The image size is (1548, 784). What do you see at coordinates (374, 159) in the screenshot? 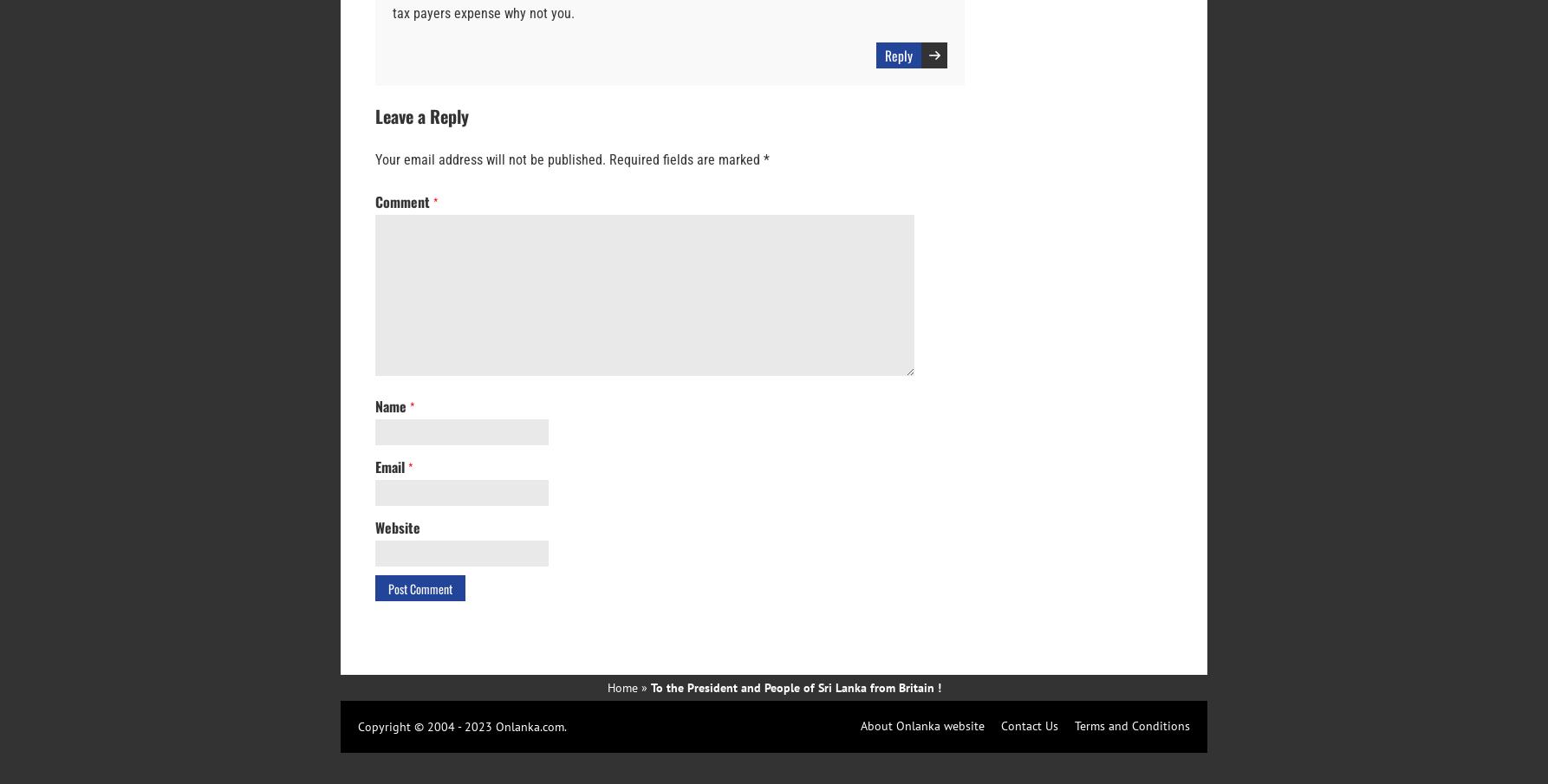
I see `'Your email address will not be published.'` at bounding box center [374, 159].